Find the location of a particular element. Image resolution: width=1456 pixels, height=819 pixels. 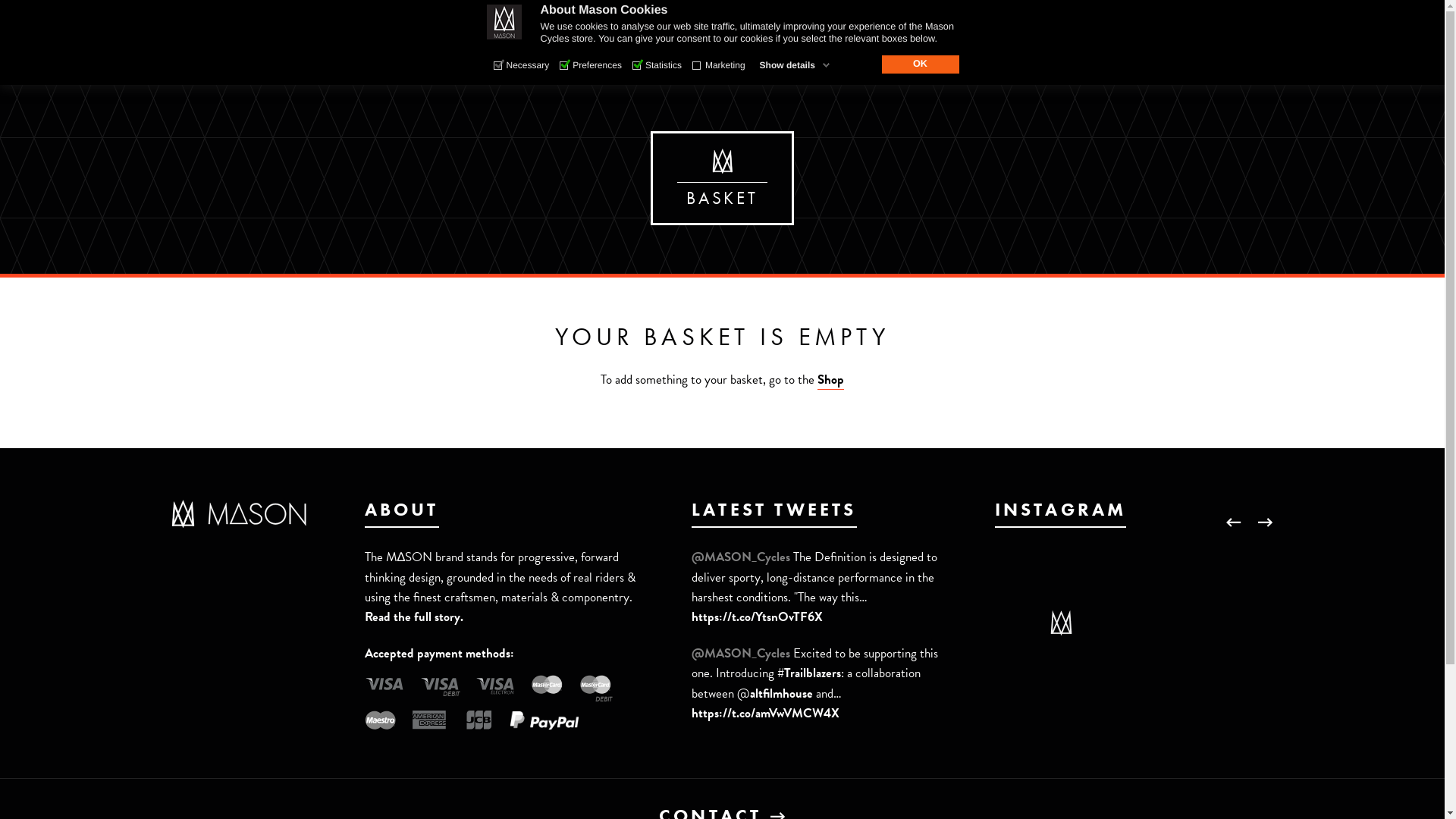

'LOGIN' is located at coordinates (1163, 14).